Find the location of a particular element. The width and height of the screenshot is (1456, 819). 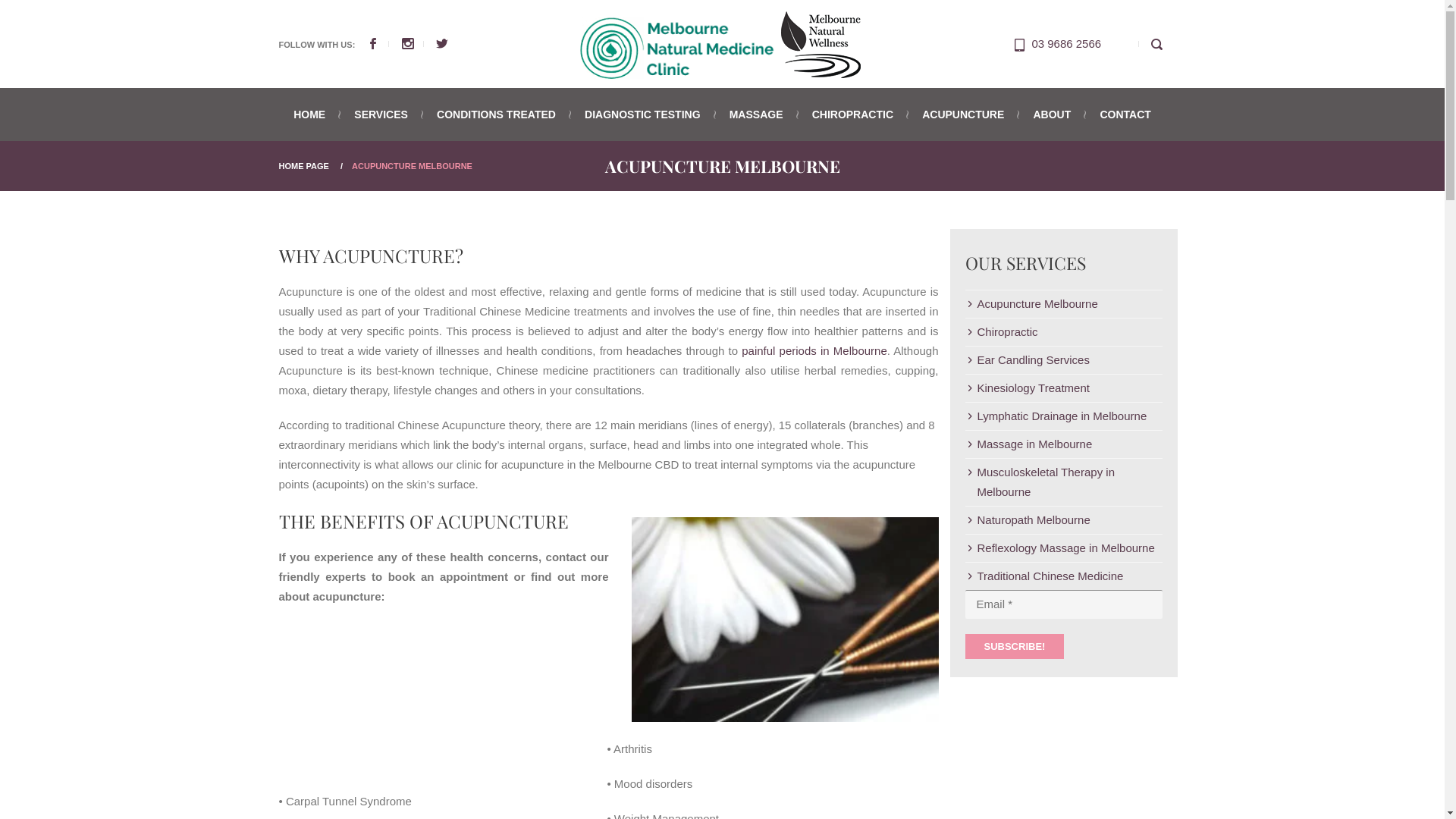

'Ear Candling Services' is located at coordinates (1026, 359).